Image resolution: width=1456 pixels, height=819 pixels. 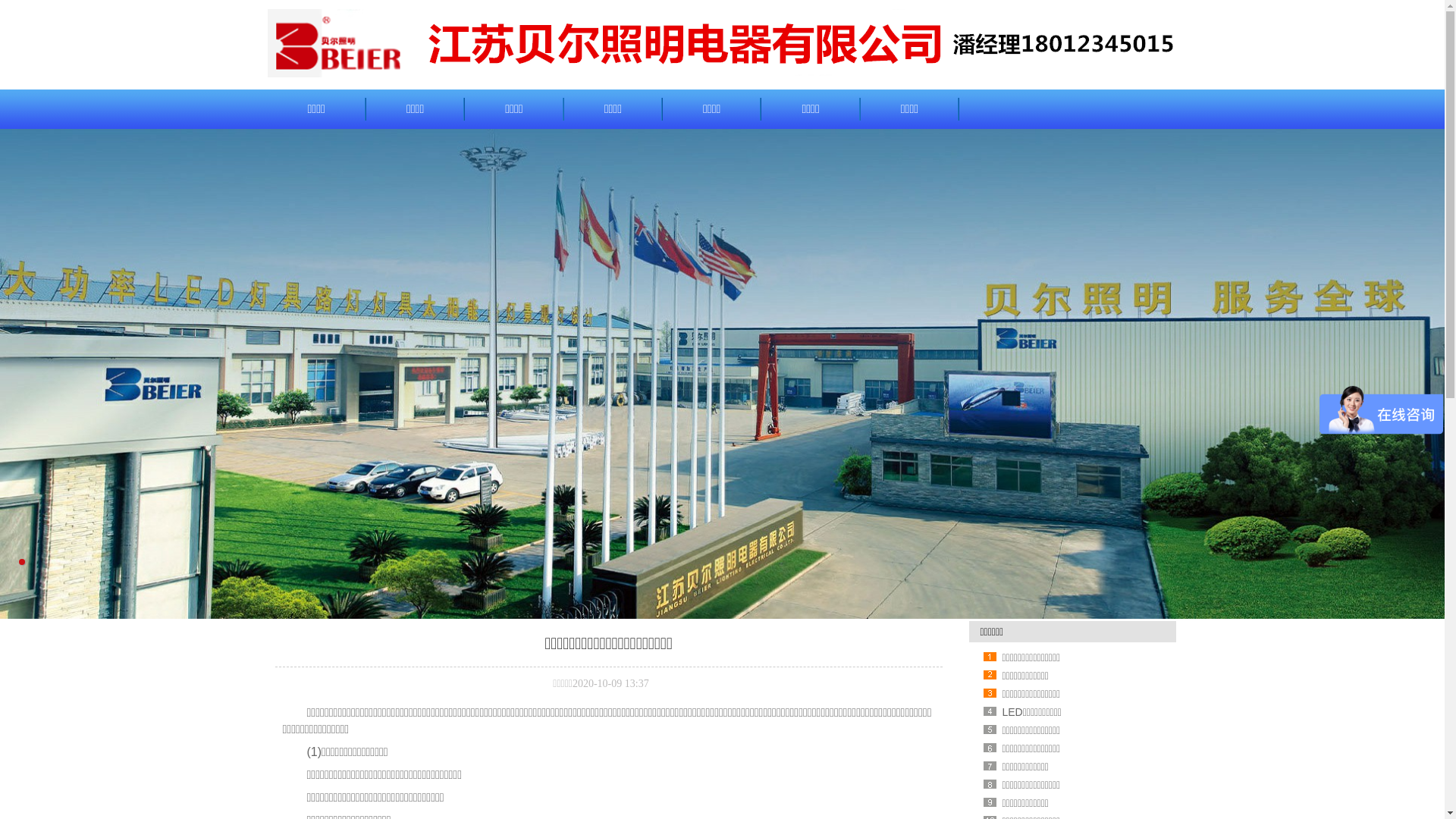 What do you see at coordinates (721, 374) in the screenshot?
I see `'banner'` at bounding box center [721, 374].